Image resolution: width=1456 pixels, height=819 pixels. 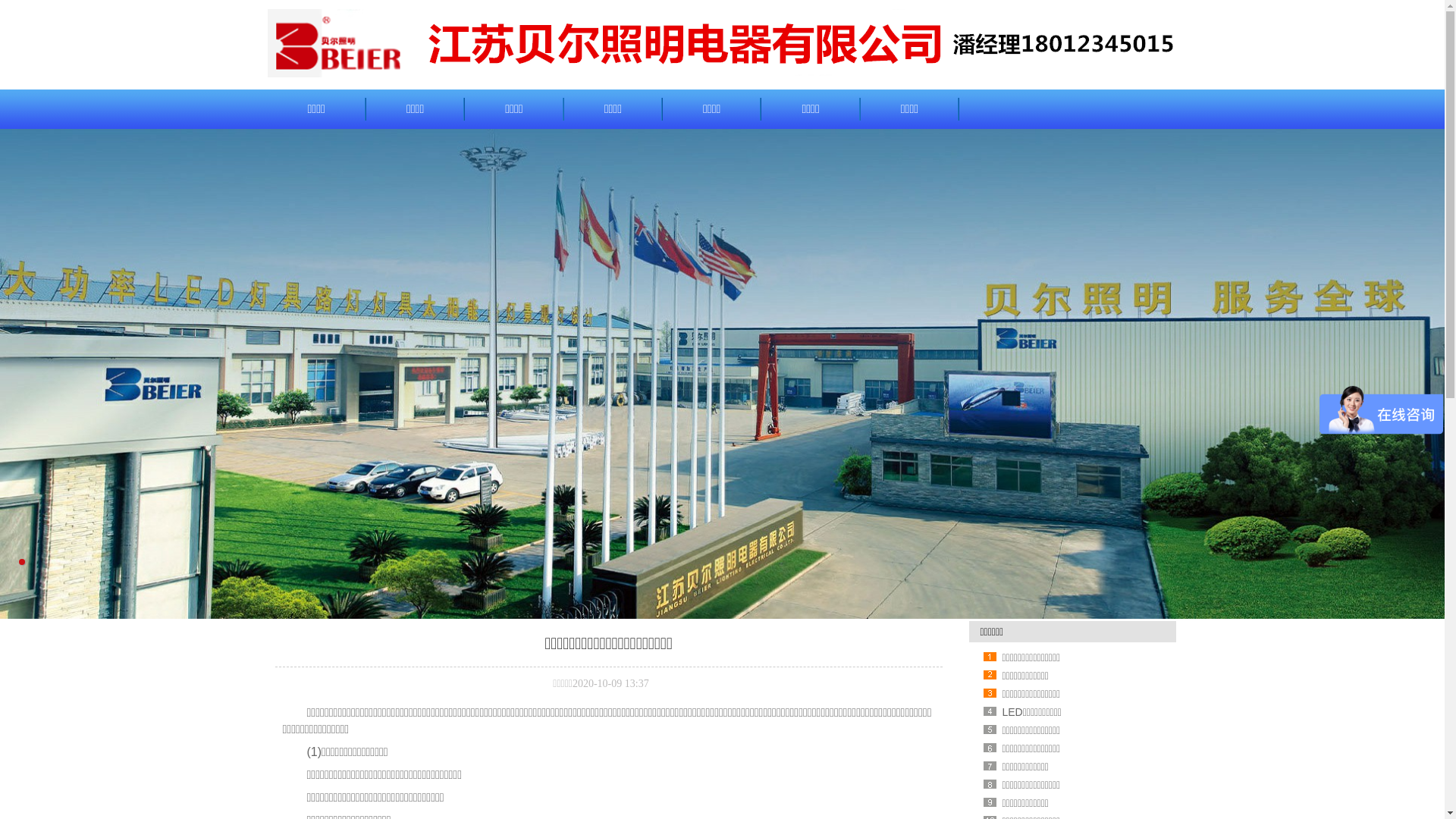 What do you see at coordinates (721, 374) in the screenshot?
I see `'banner'` at bounding box center [721, 374].